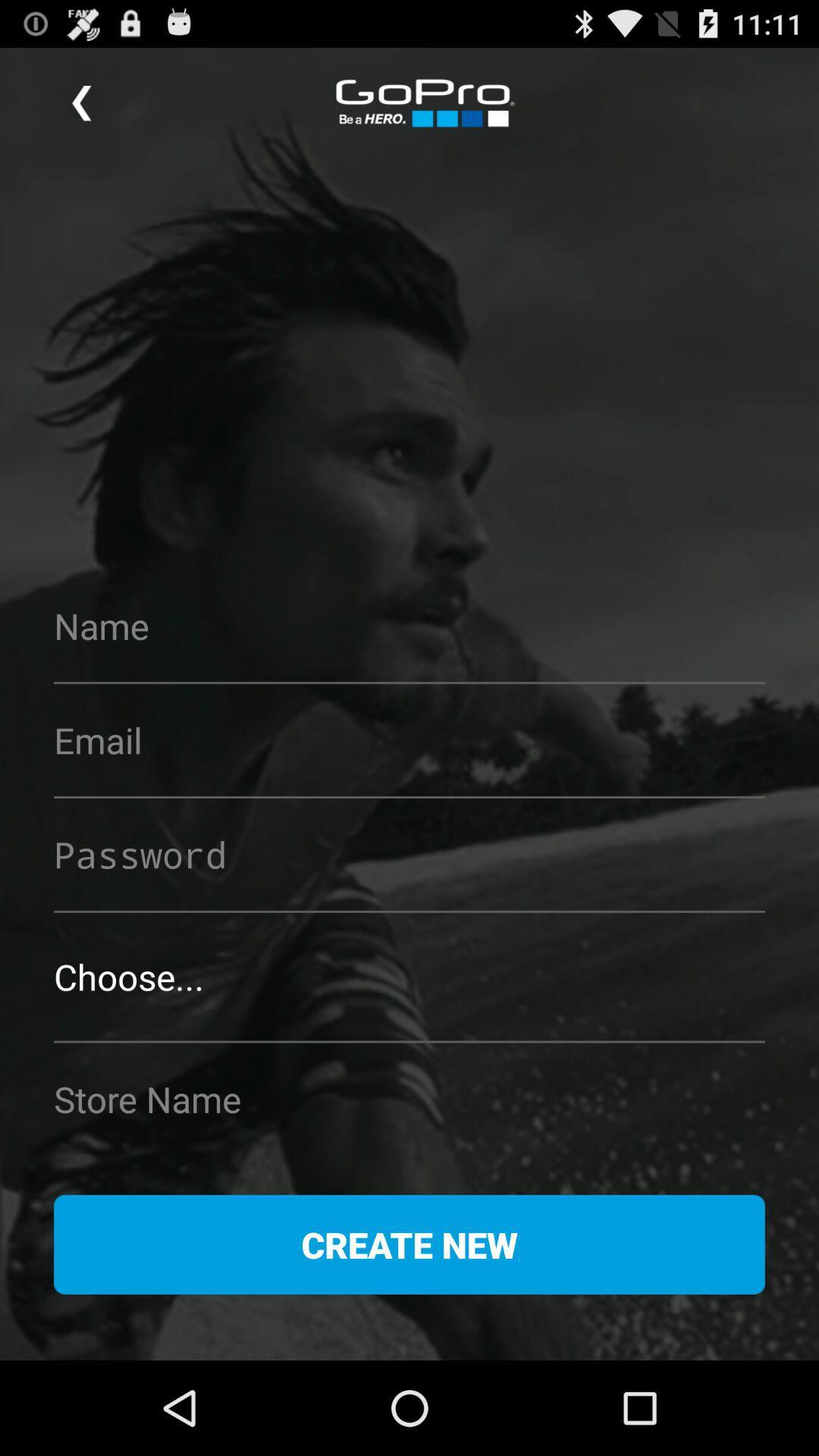  I want to click on type name, so click(409, 626).